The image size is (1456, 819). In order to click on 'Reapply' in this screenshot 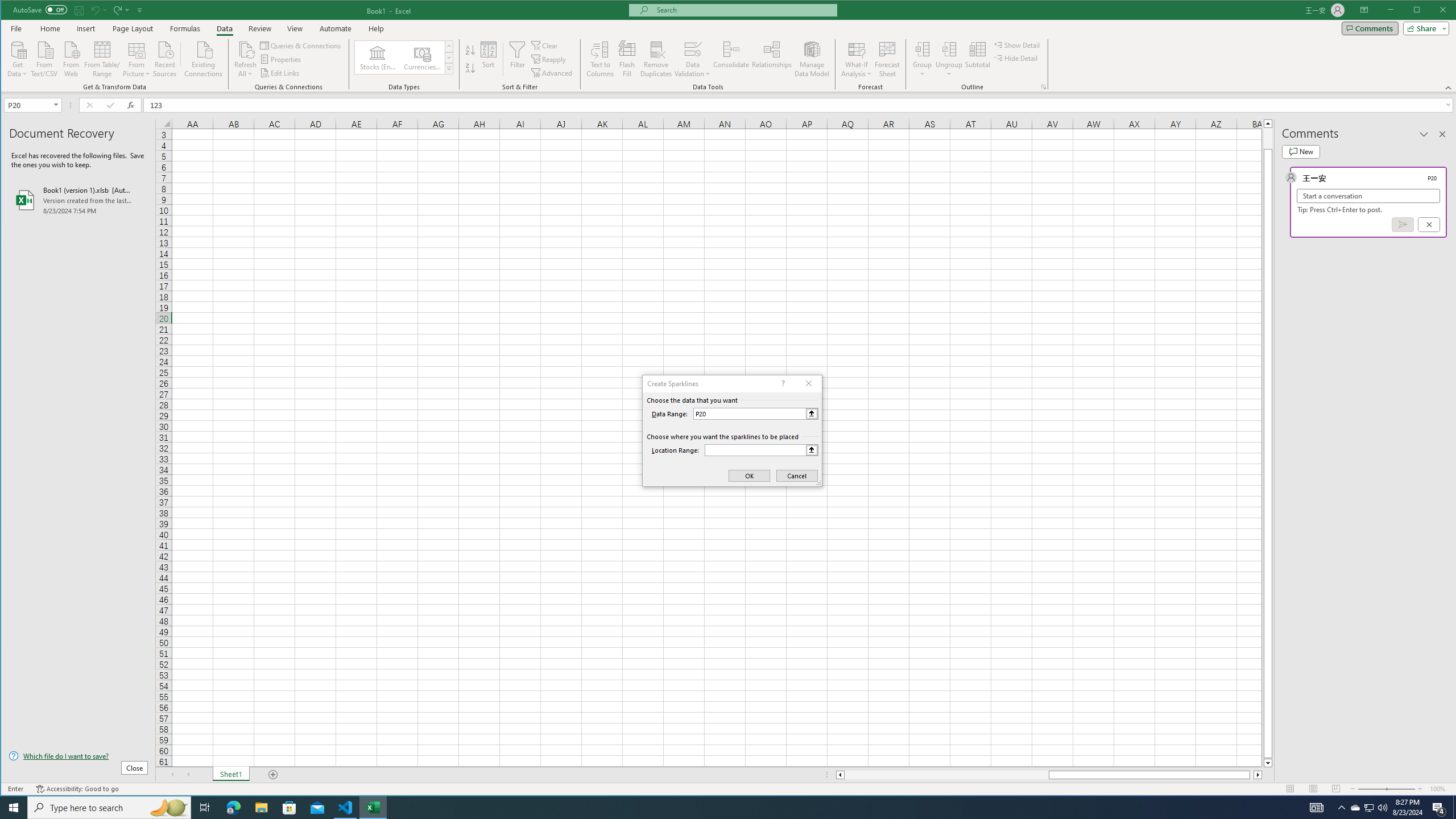, I will do `click(549, 59)`.